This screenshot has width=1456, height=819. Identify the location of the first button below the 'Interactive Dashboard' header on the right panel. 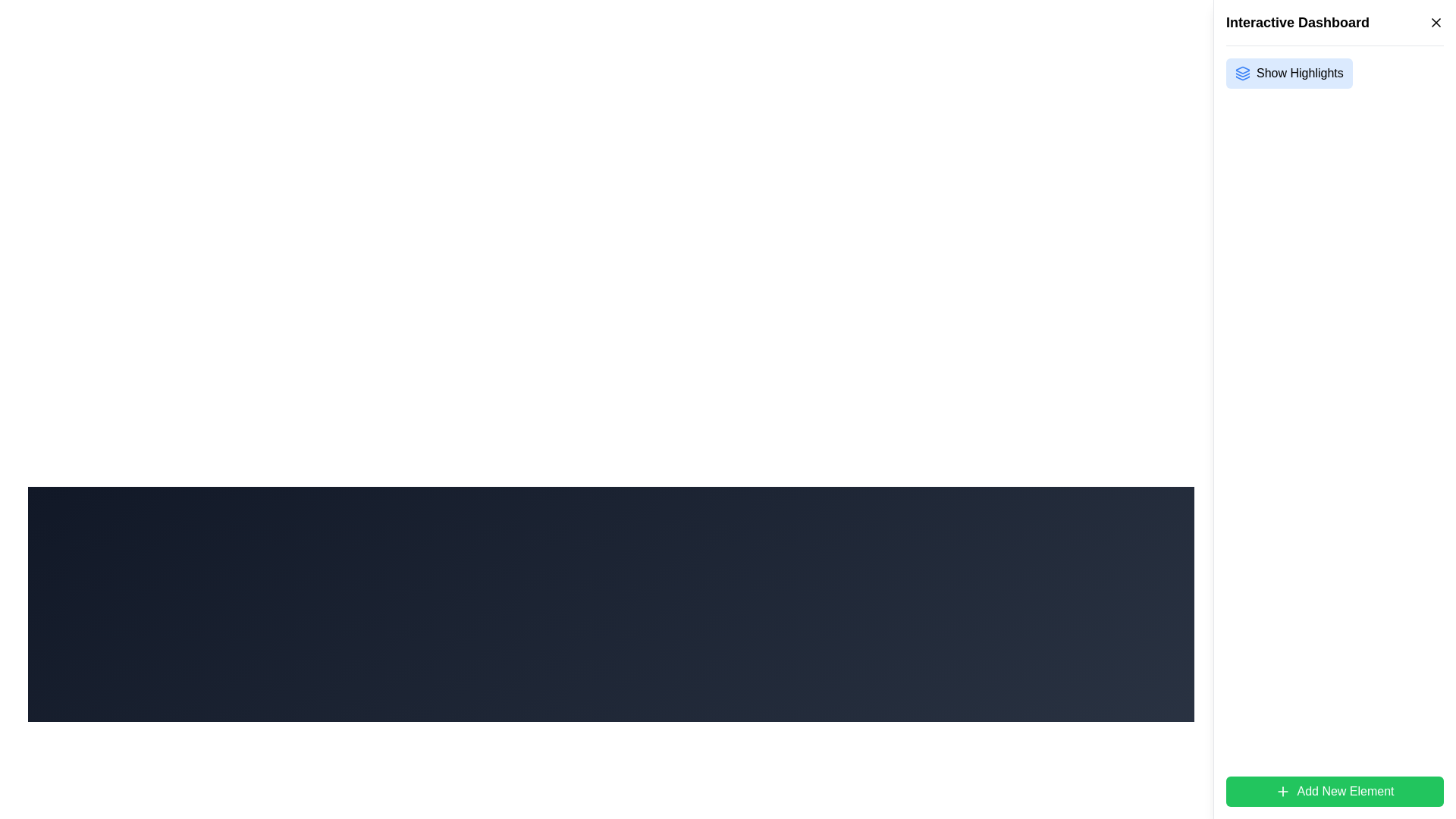
(1335, 73).